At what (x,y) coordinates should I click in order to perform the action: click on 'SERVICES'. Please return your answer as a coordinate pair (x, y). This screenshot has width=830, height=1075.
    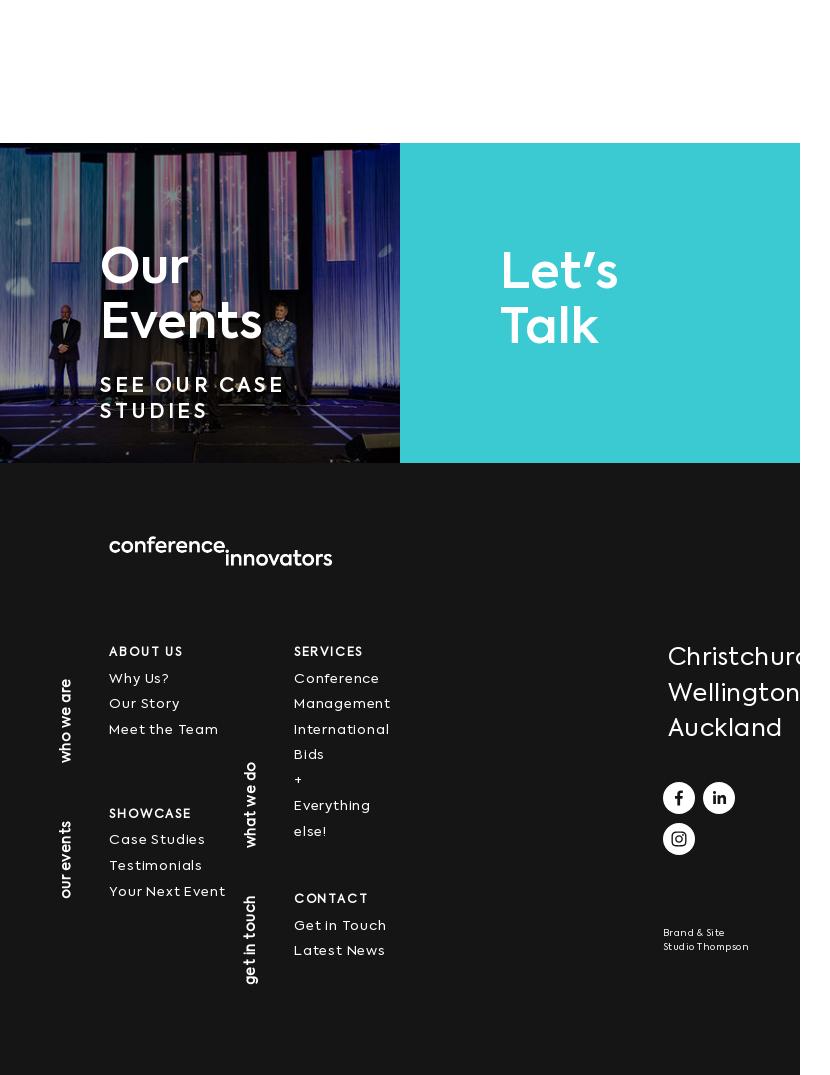
    Looking at the image, I should click on (327, 651).